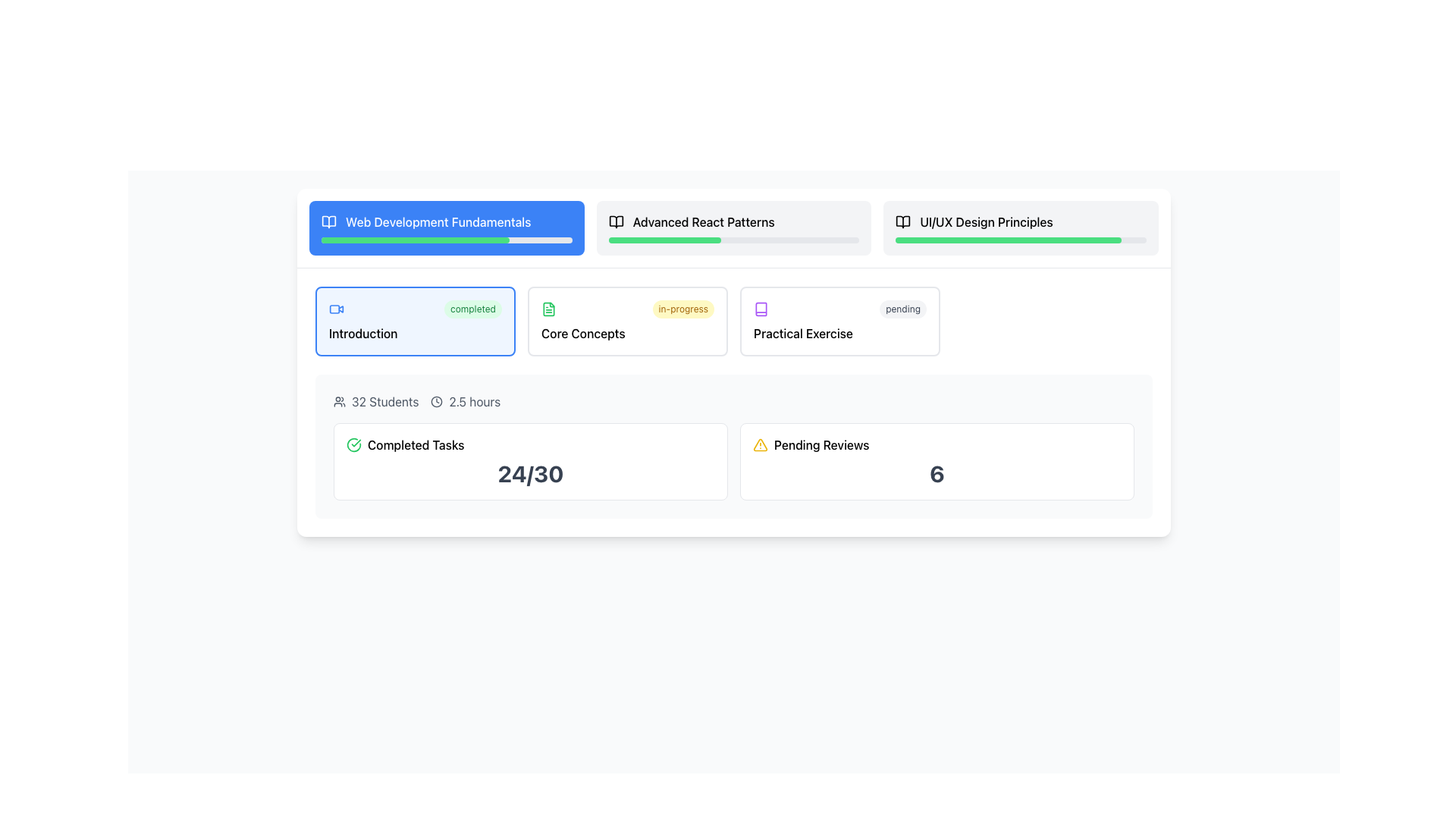 This screenshot has height=819, width=1456. I want to click on the filled segment of the progress bar that visually indicates 75% completion, located beneath the 'Web Development Fundamentals' label, so click(415, 239).